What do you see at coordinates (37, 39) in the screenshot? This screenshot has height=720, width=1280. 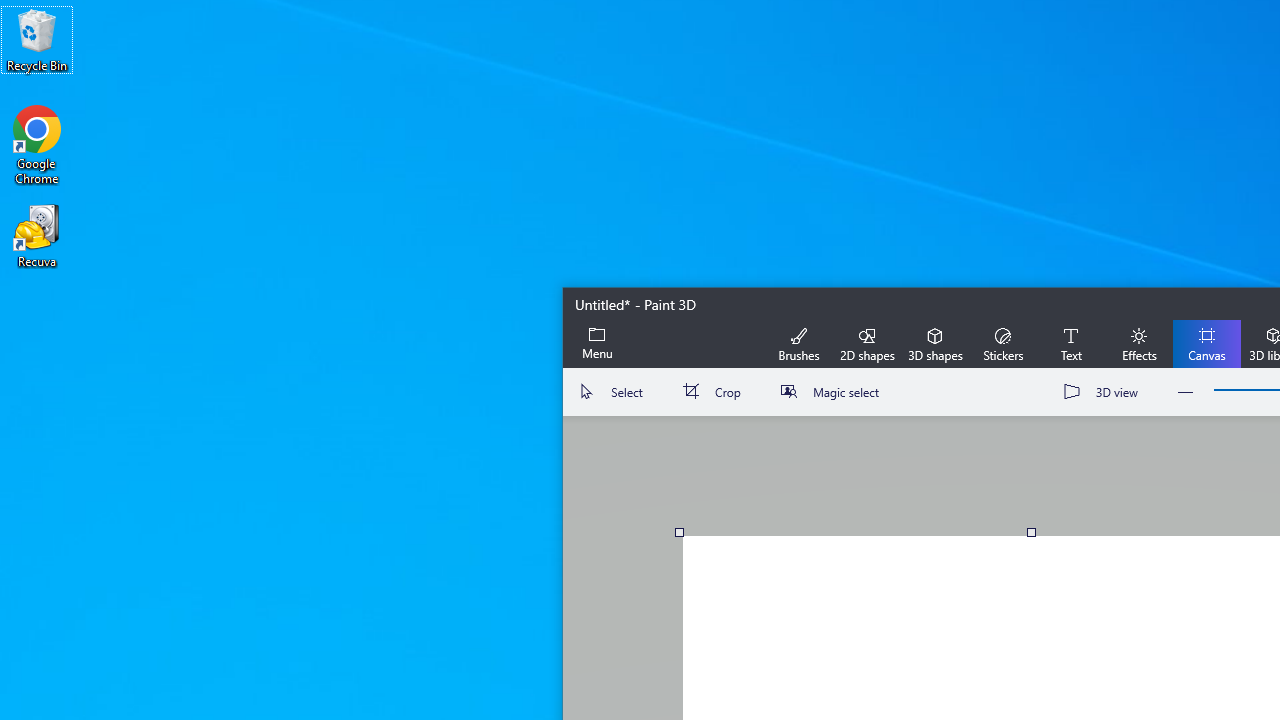 I see `'Recycle Bin'` at bounding box center [37, 39].